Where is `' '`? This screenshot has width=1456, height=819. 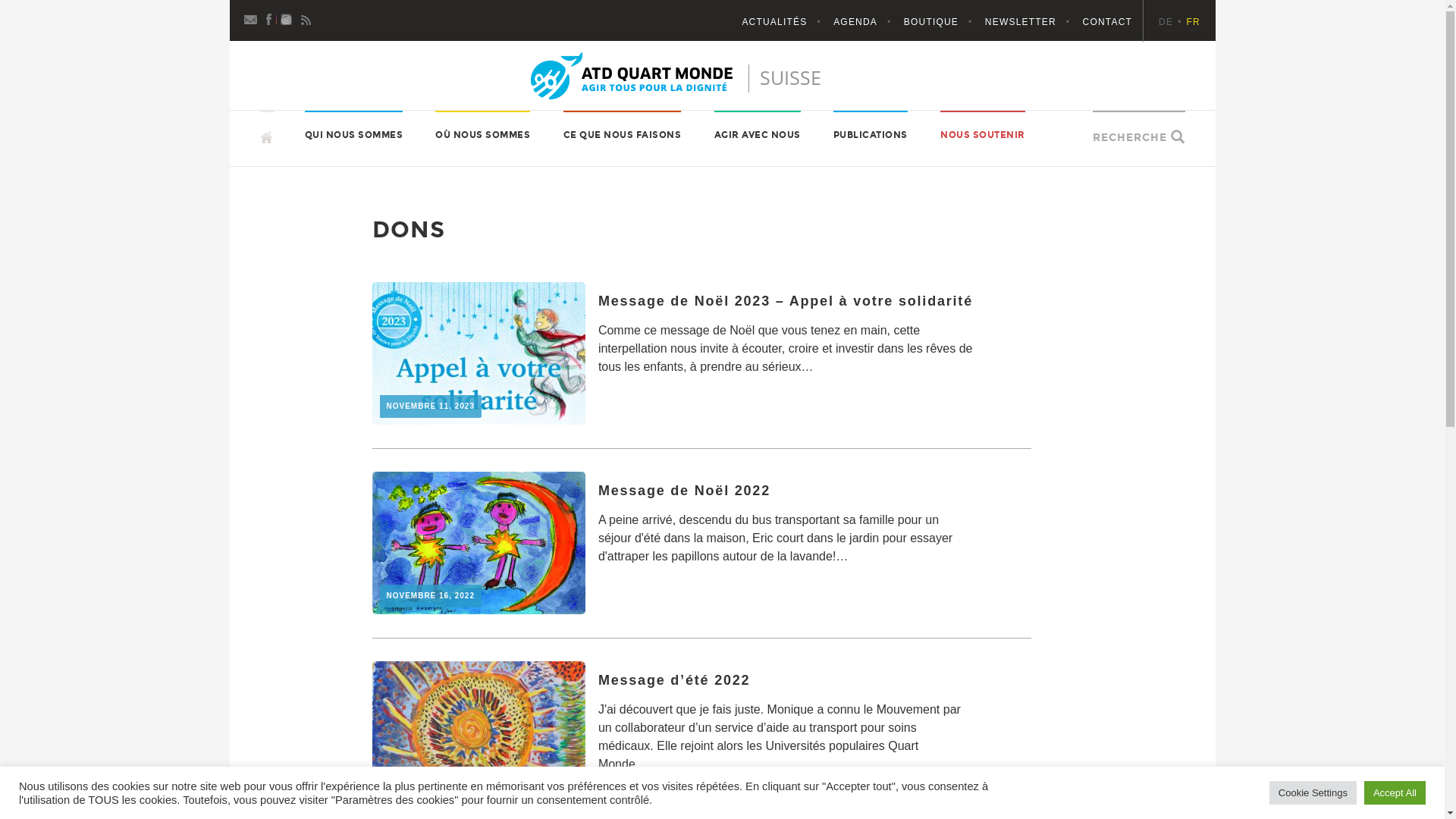
' ' is located at coordinates (266, 129).